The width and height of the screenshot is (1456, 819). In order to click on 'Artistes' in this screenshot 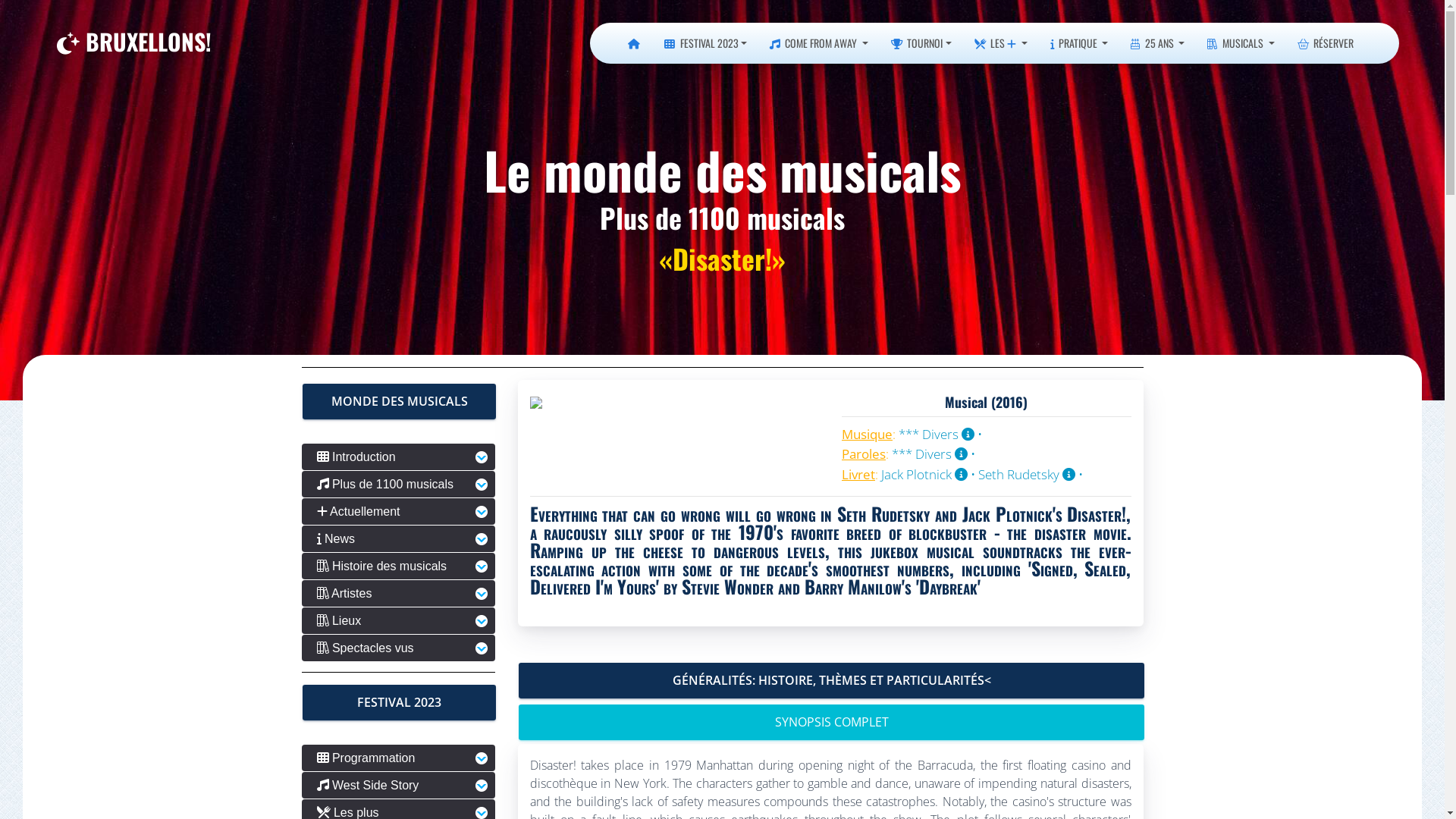, I will do `click(398, 592)`.